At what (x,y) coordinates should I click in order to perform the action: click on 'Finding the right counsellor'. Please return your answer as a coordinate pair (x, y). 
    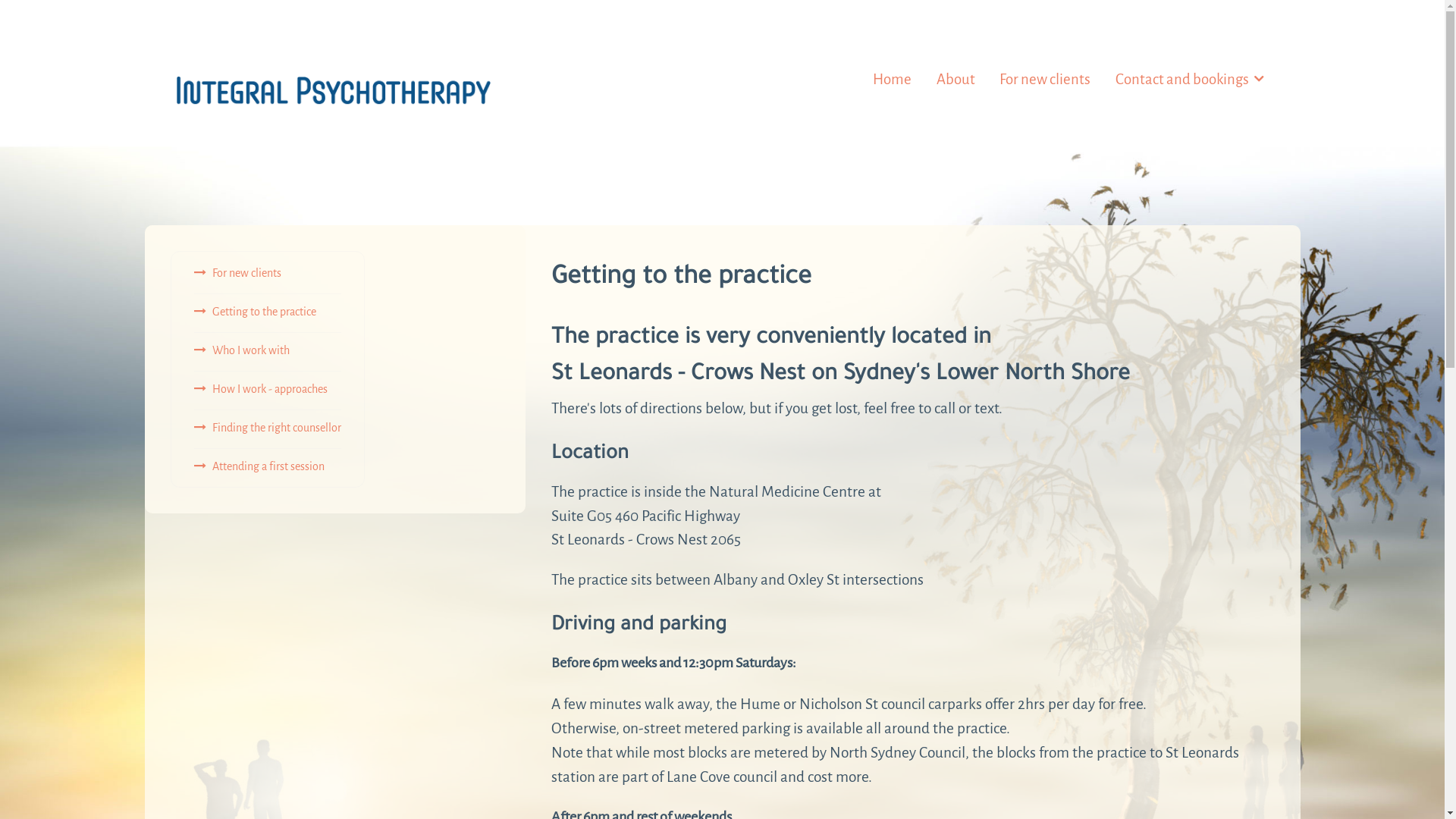
    Looking at the image, I should click on (268, 427).